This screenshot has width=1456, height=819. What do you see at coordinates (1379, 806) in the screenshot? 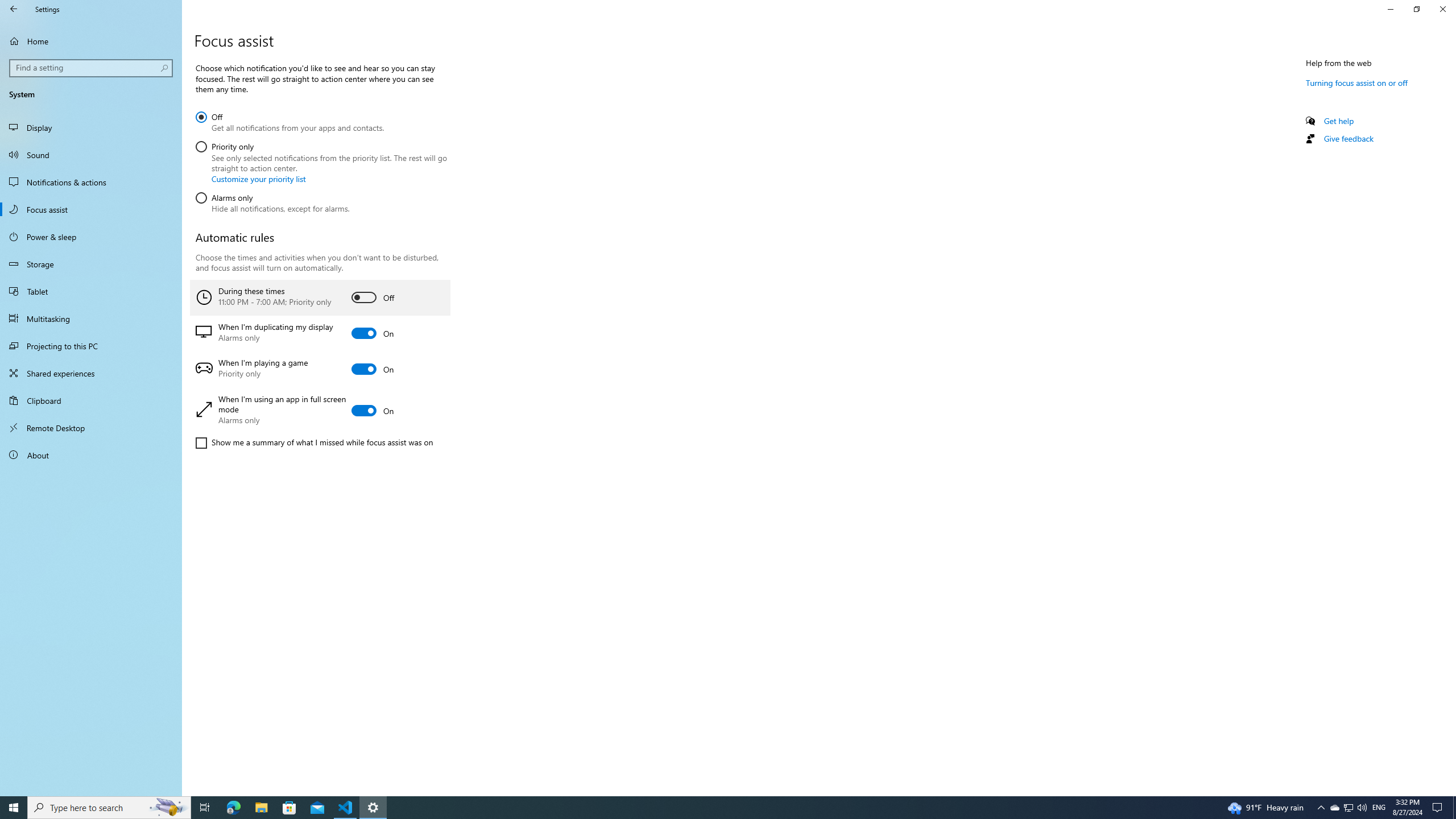
I see `'Tray Input Indicator - English (United States)'` at bounding box center [1379, 806].